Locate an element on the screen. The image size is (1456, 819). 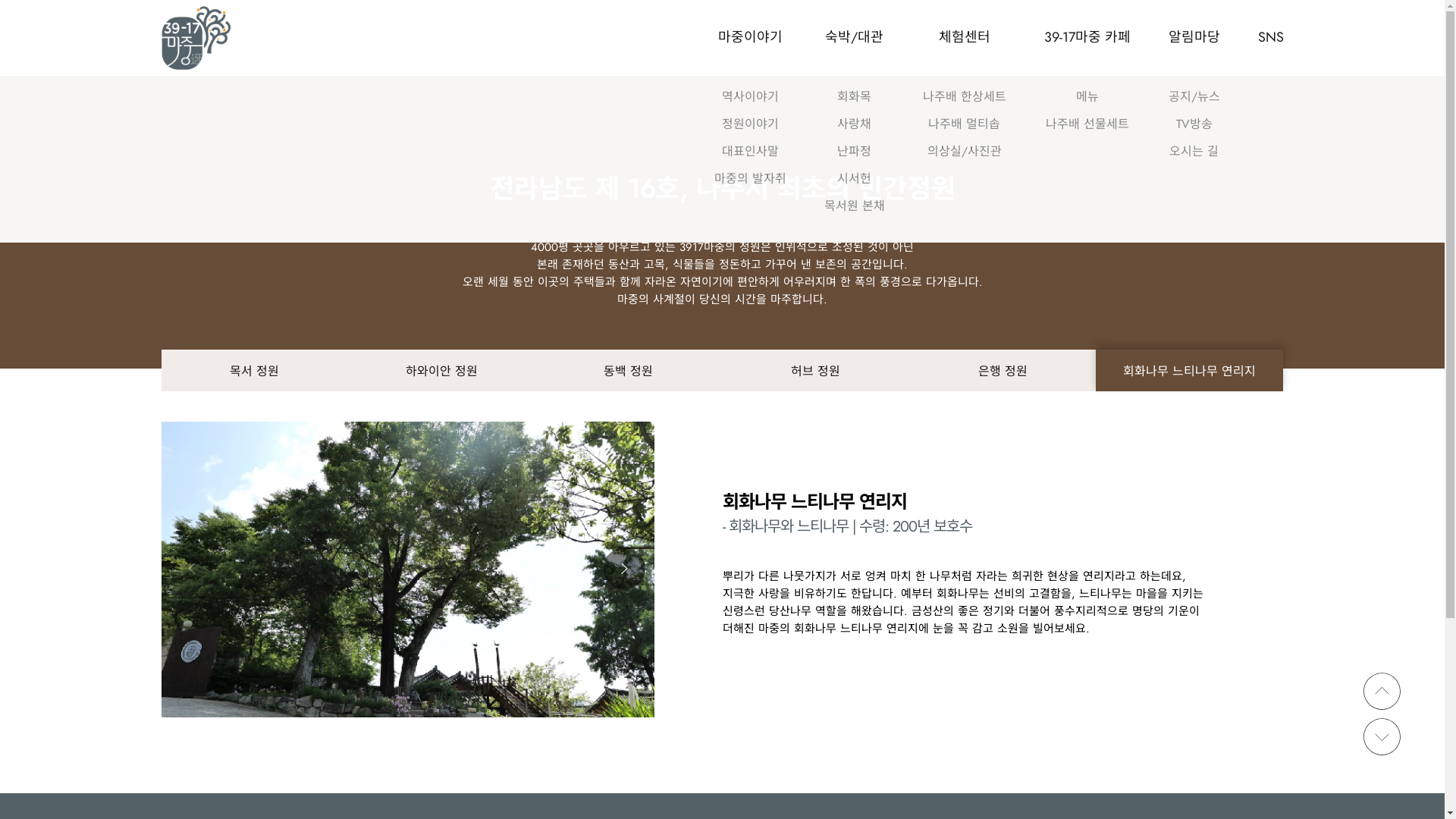
'SNS' is located at coordinates (1257, 37).